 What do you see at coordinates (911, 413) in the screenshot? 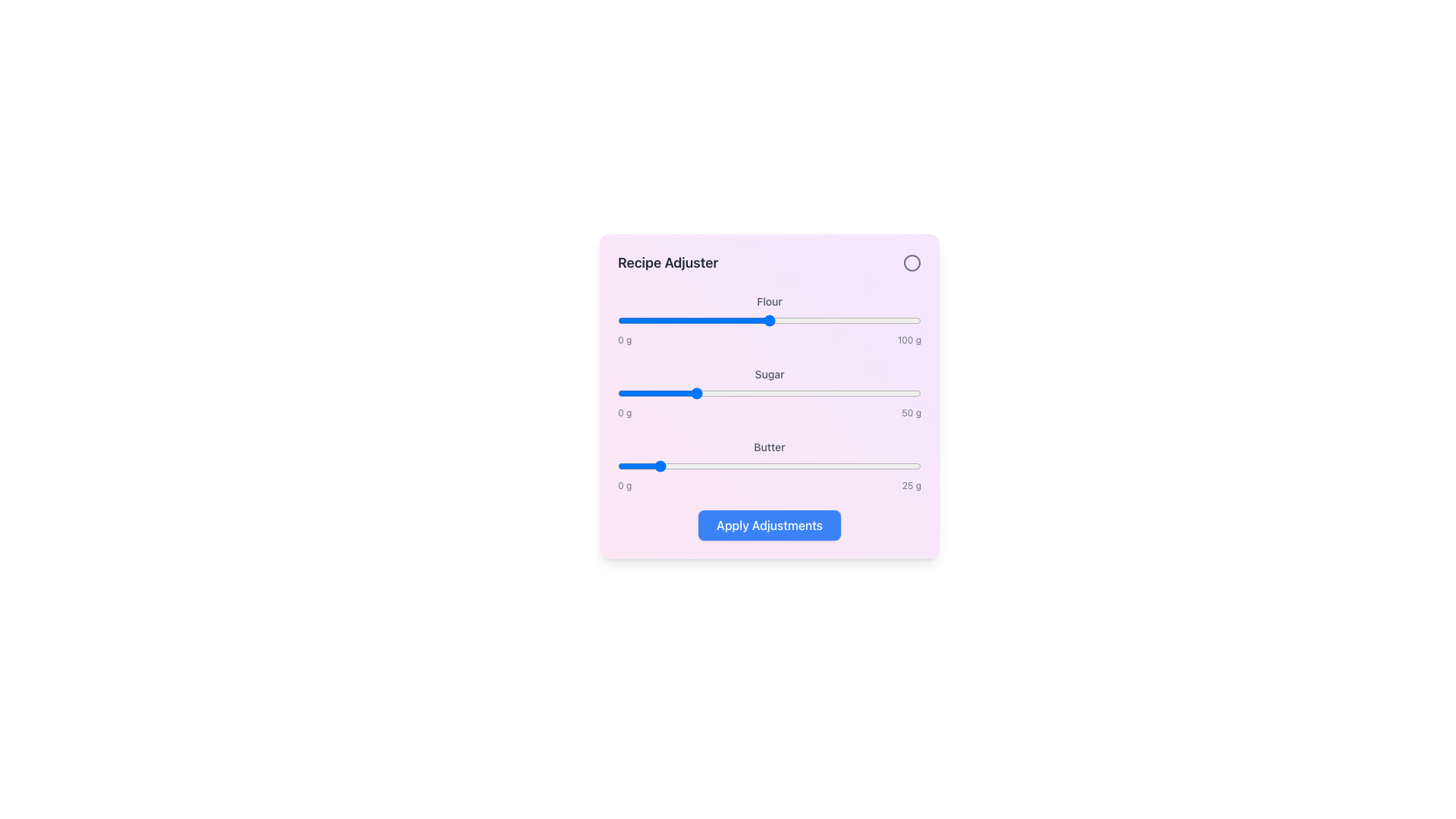
I see `static text label displaying '50 g' located on the right side of the 'Sugar' slider, adjacent to the '0 g' label` at bounding box center [911, 413].